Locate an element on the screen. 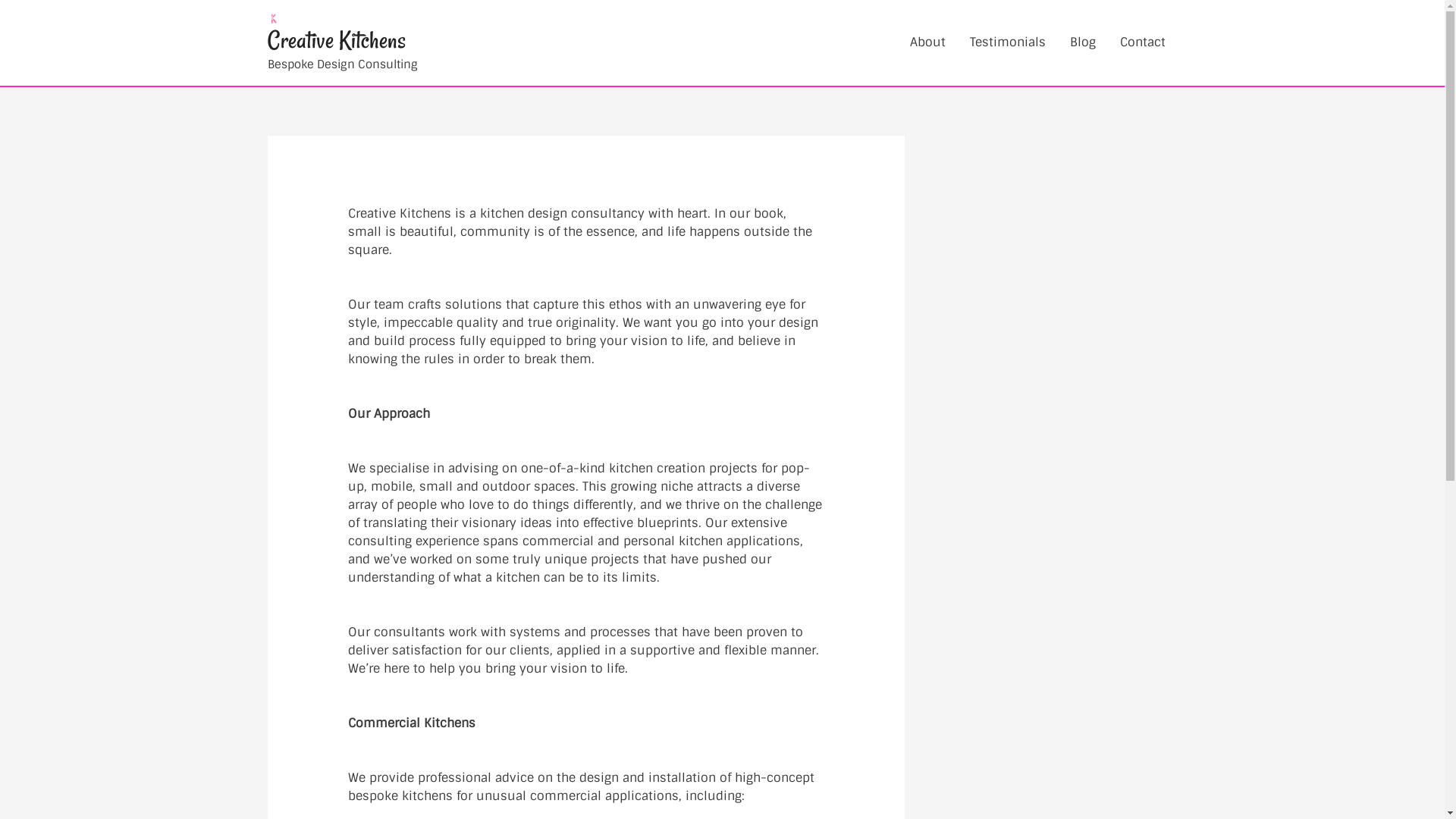 The image size is (1456, 819). 'Testimonials' is located at coordinates (956, 42).